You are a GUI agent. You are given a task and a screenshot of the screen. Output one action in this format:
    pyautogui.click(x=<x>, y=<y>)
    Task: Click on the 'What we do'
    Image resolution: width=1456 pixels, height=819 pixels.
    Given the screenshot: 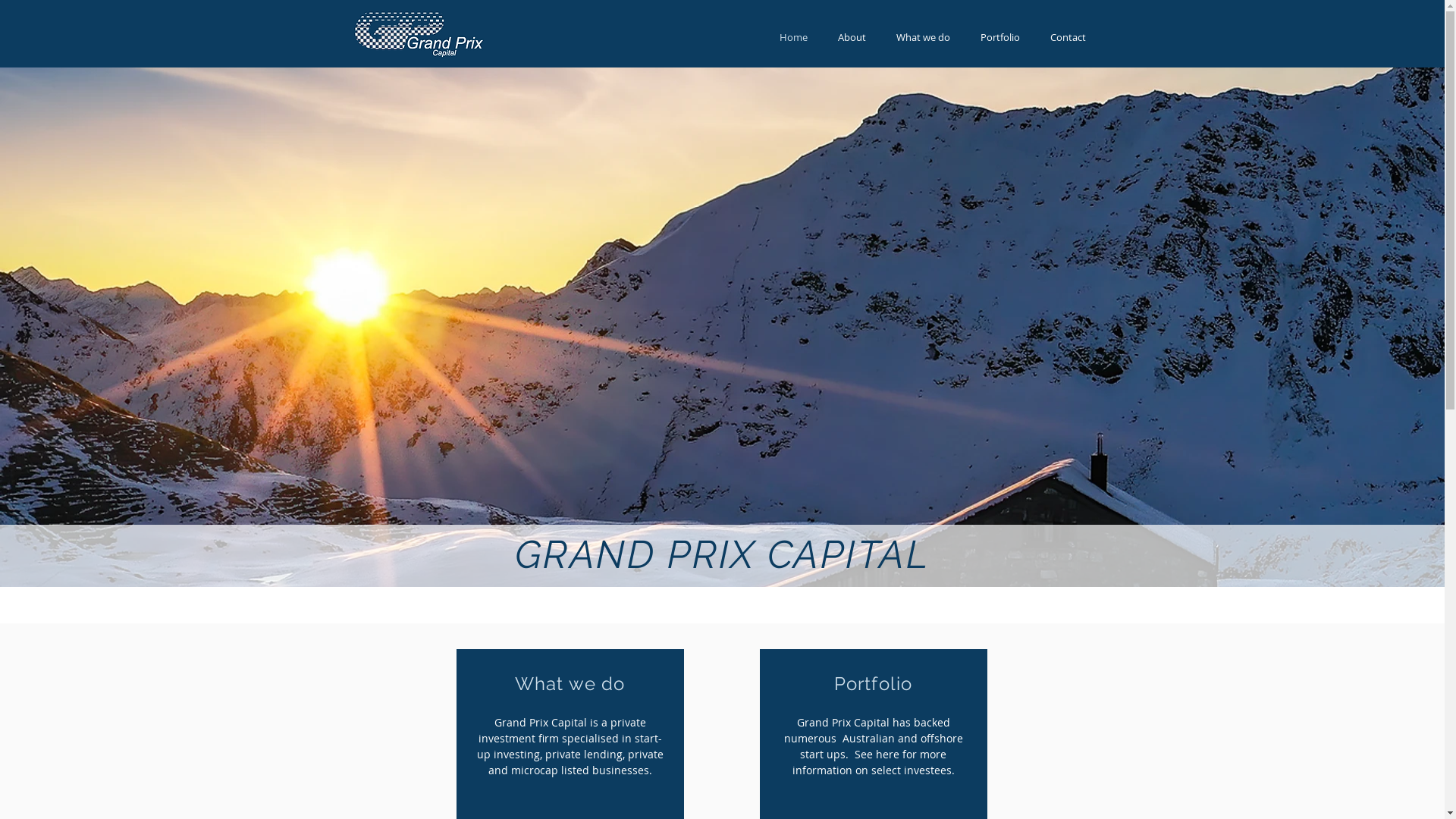 What is the action you would take?
    pyautogui.click(x=880, y=36)
    